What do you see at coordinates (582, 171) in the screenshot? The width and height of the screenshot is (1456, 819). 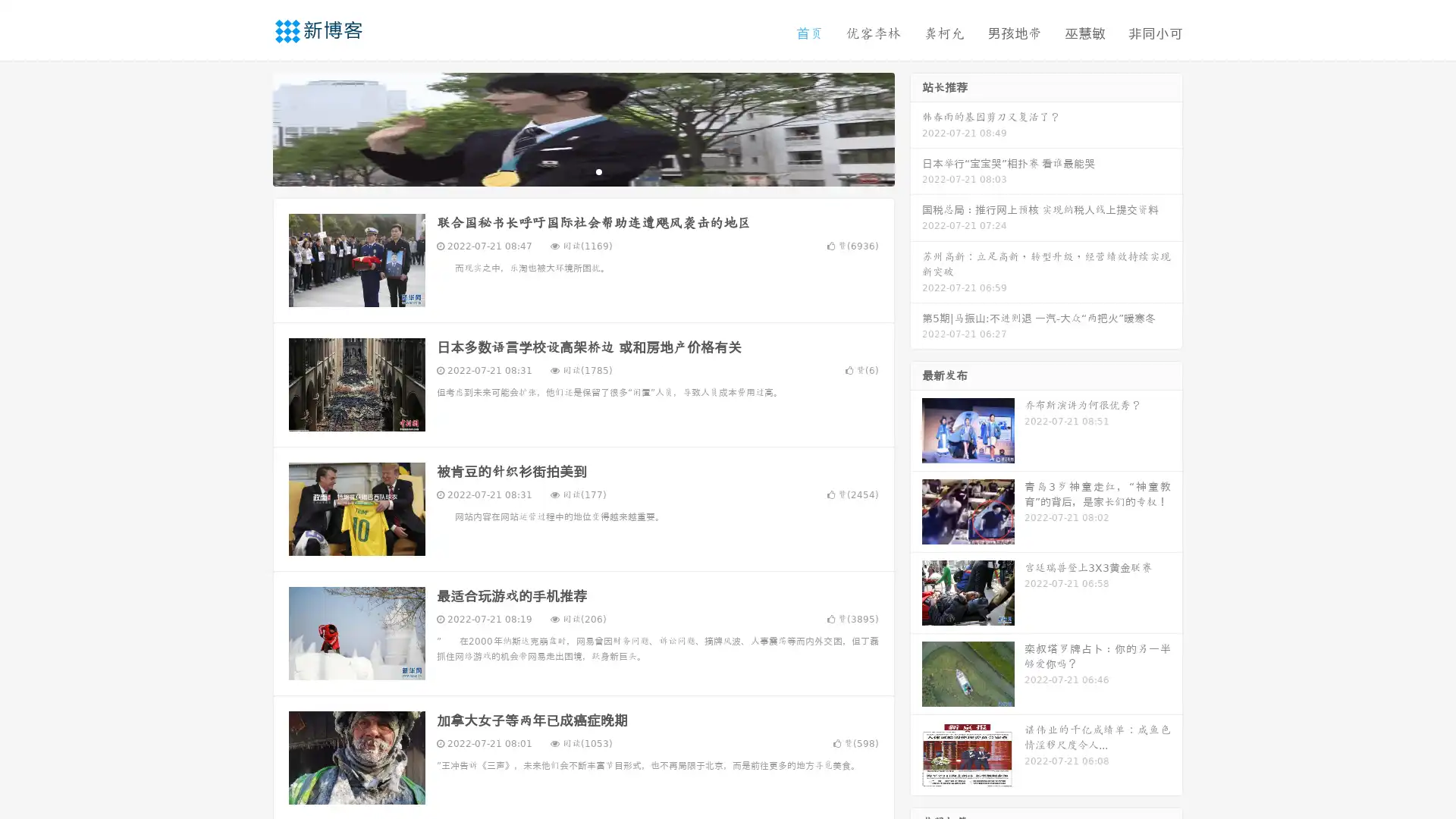 I see `Go to slide 2` at bounding box center [582, 171].